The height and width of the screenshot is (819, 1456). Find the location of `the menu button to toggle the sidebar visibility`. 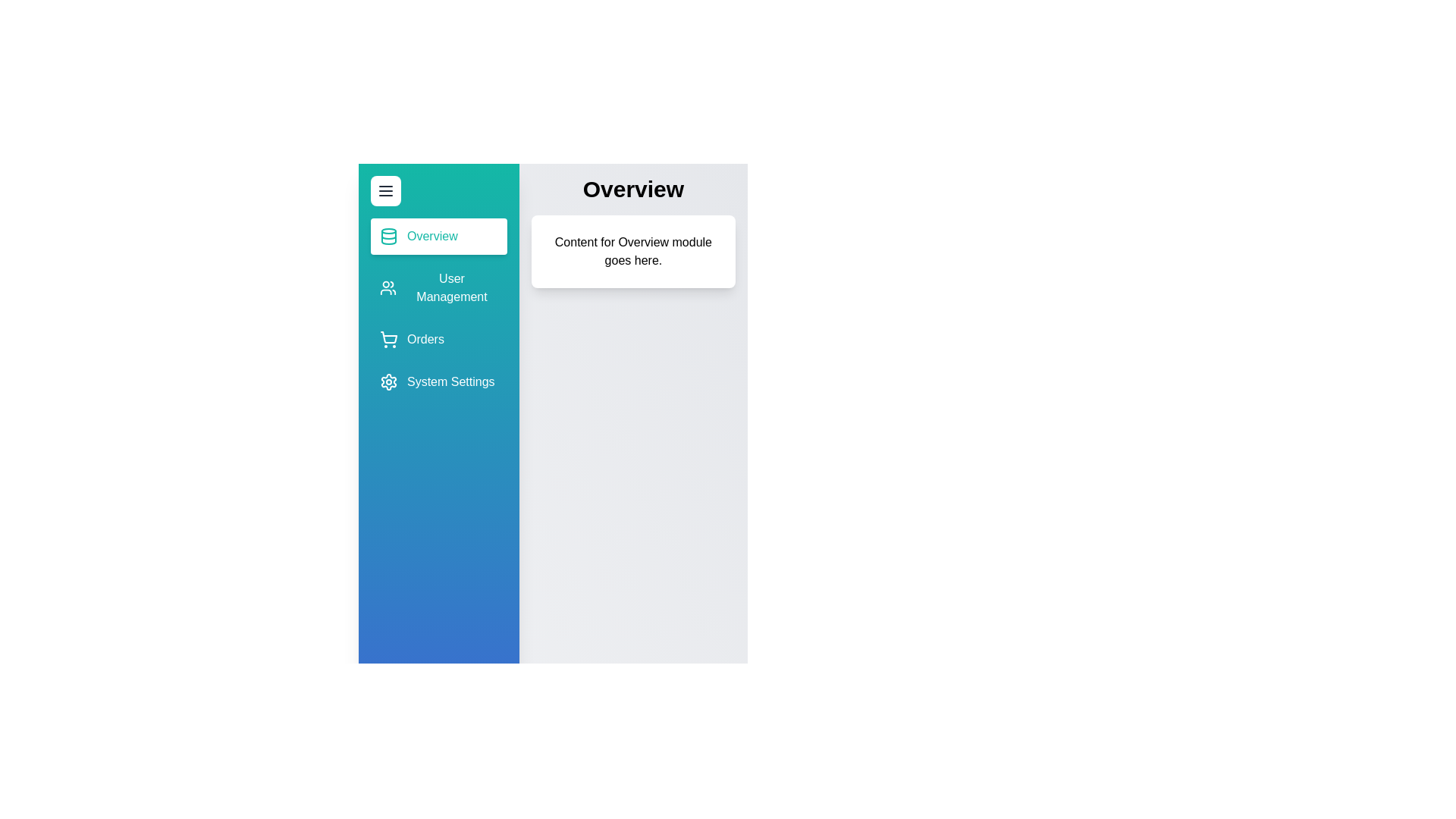

the menu button to toggle the sidebar visibility is located at coordinates (385, 190).